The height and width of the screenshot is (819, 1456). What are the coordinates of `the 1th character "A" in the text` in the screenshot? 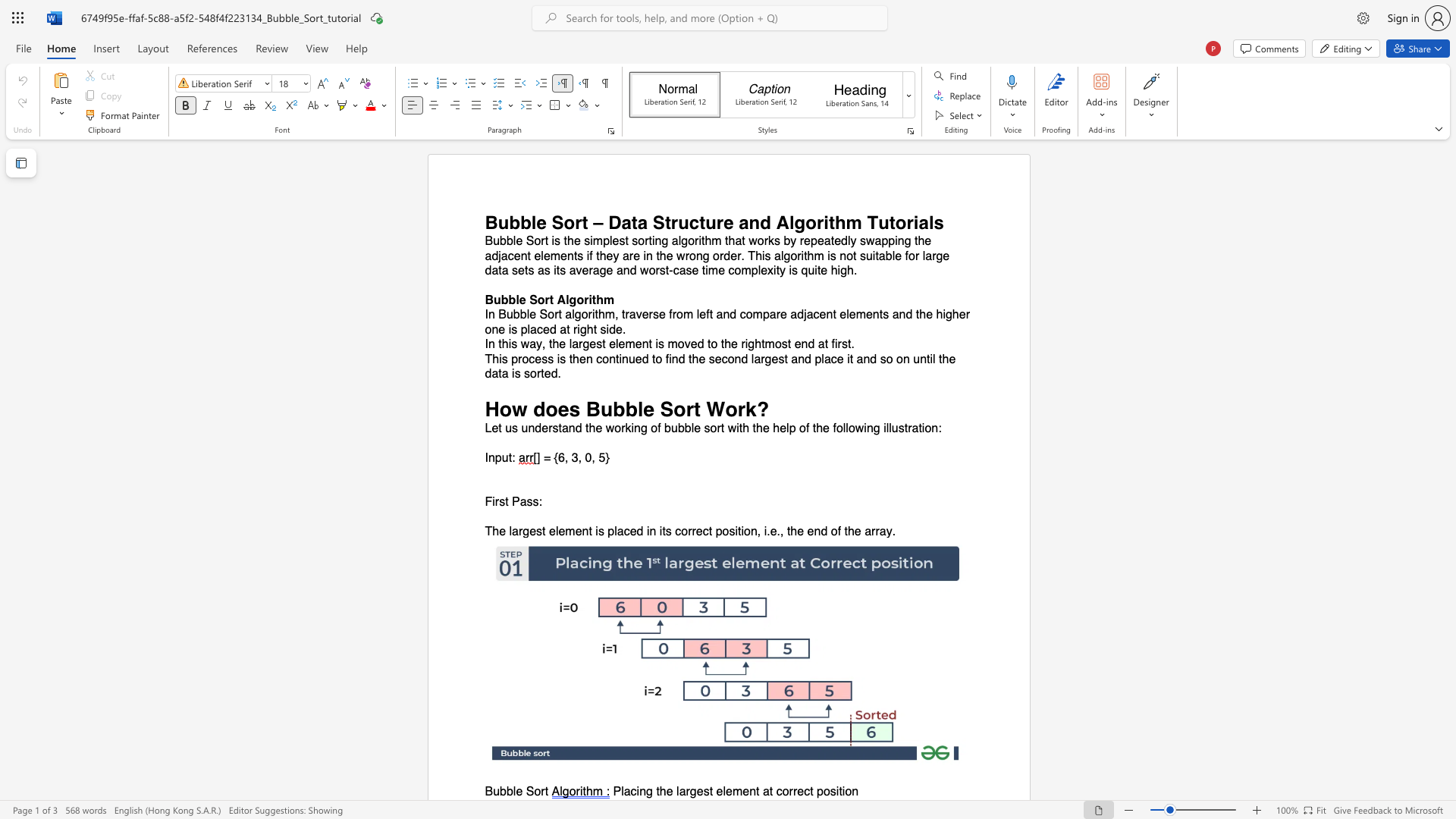 It's located at (560, 300).